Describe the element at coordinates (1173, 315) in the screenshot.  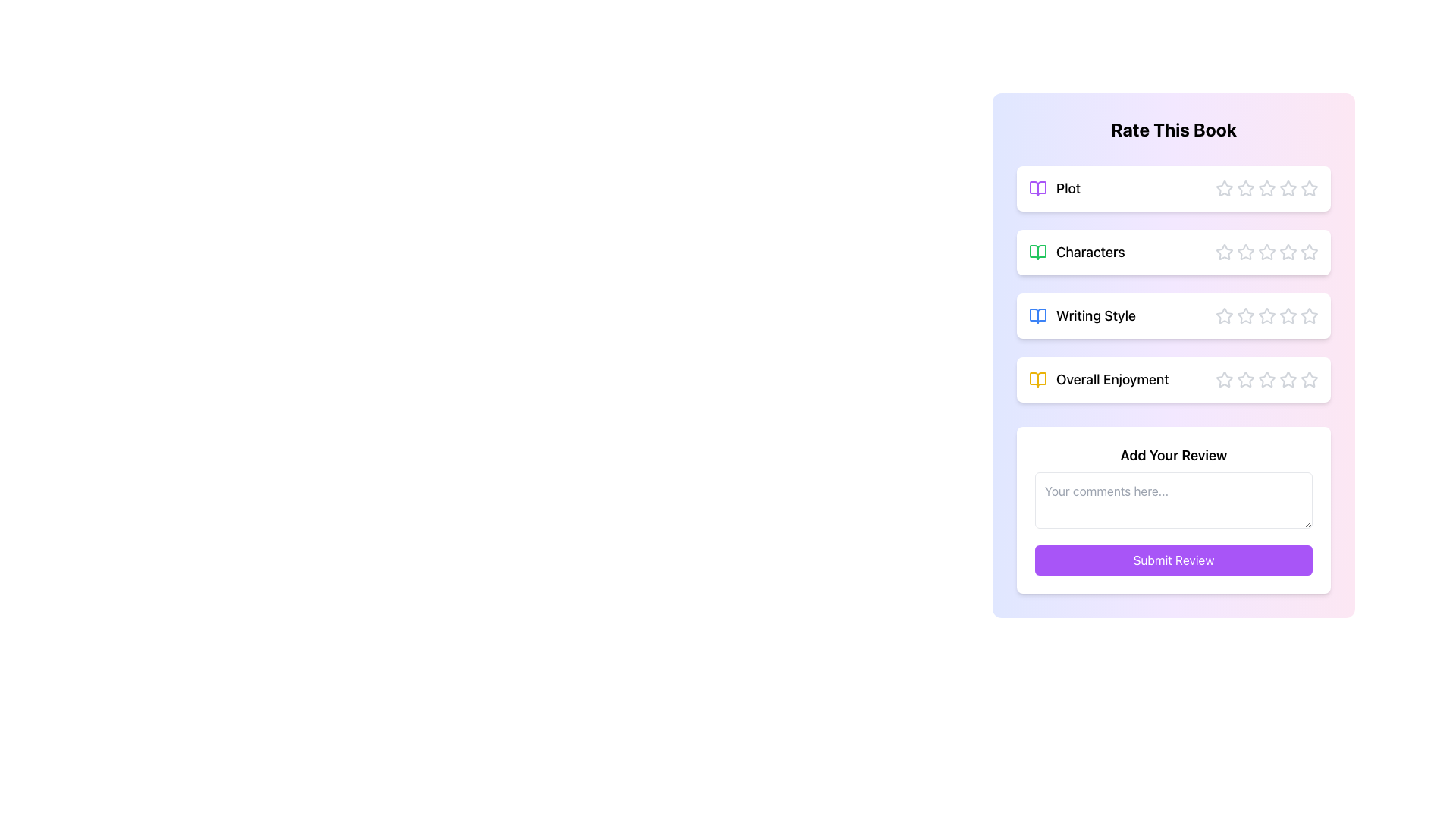
I see `the five gray stars in the 'Writing Style' rating component` at that location.